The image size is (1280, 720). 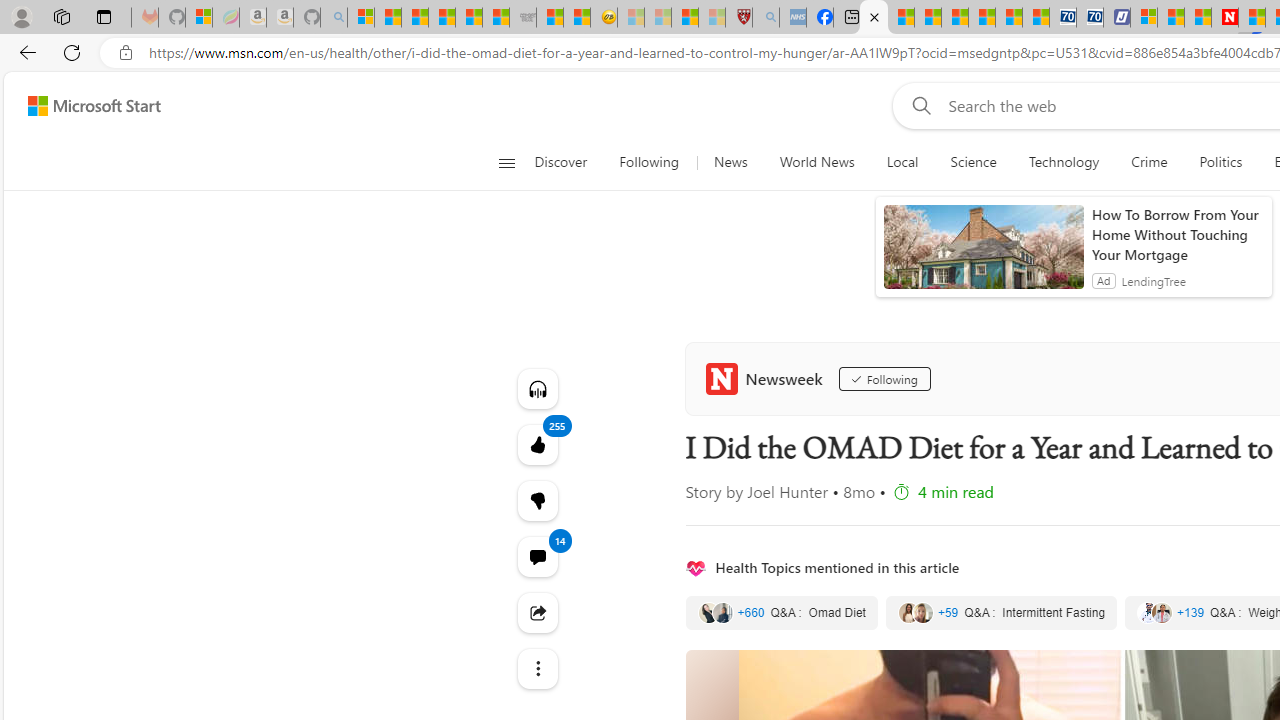 I want to click on 'Listen to this article', so click(x=537, y=388).